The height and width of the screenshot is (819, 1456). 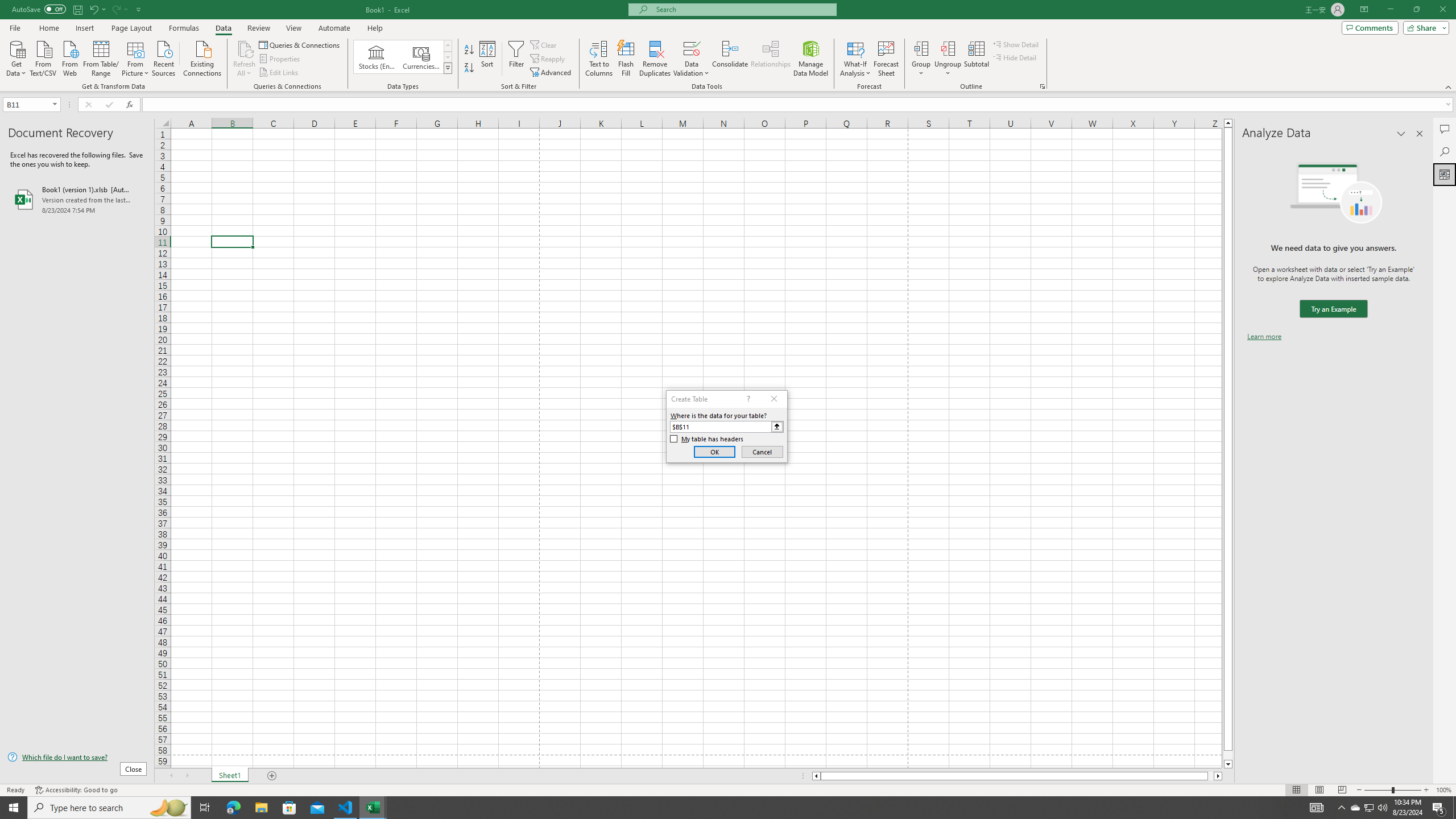 I want to click on 'Search', so click(x=1444, y=152).